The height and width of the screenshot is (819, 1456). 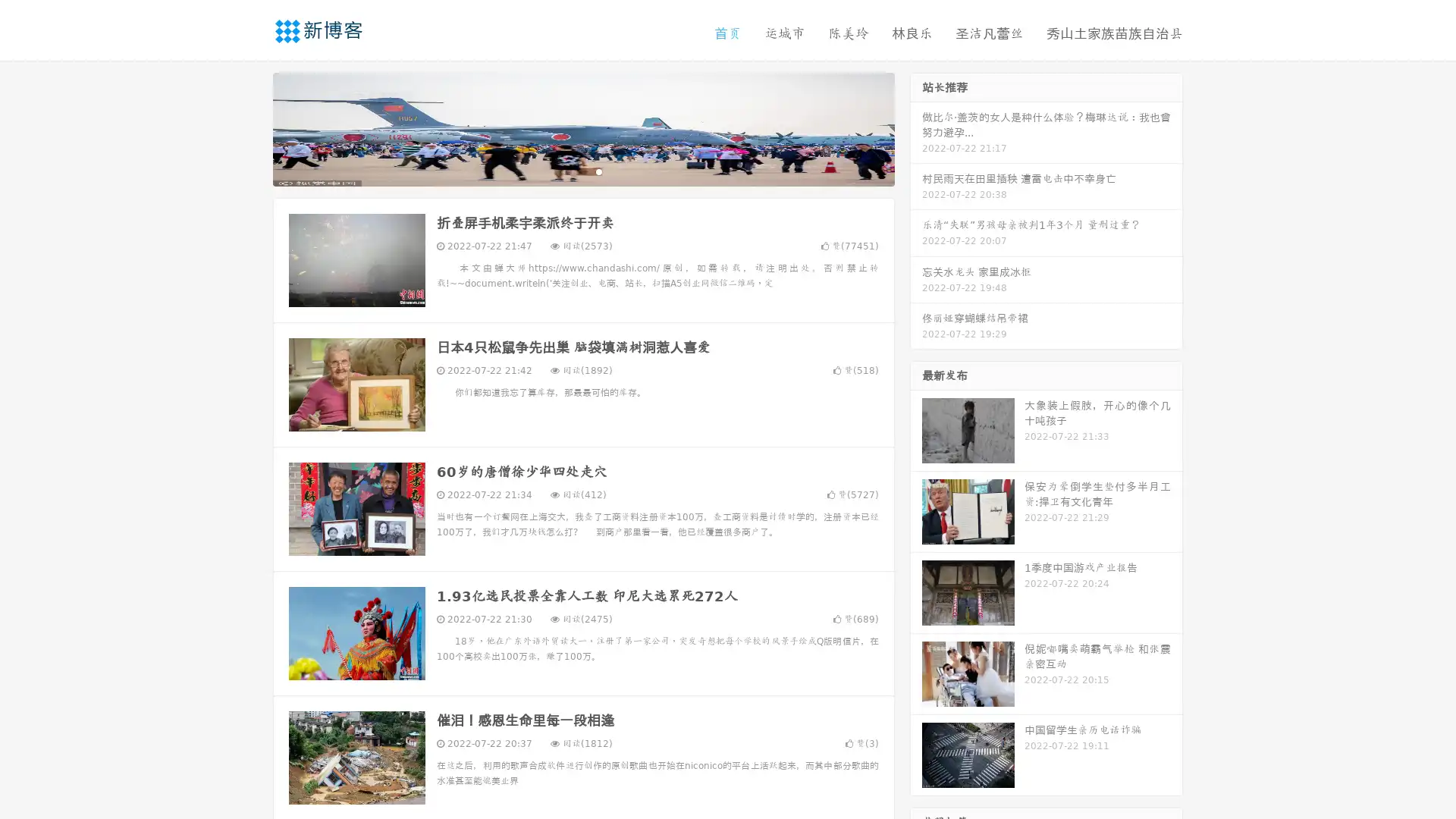 I want to click on Go to slide 2, so click(x=582, y=171).